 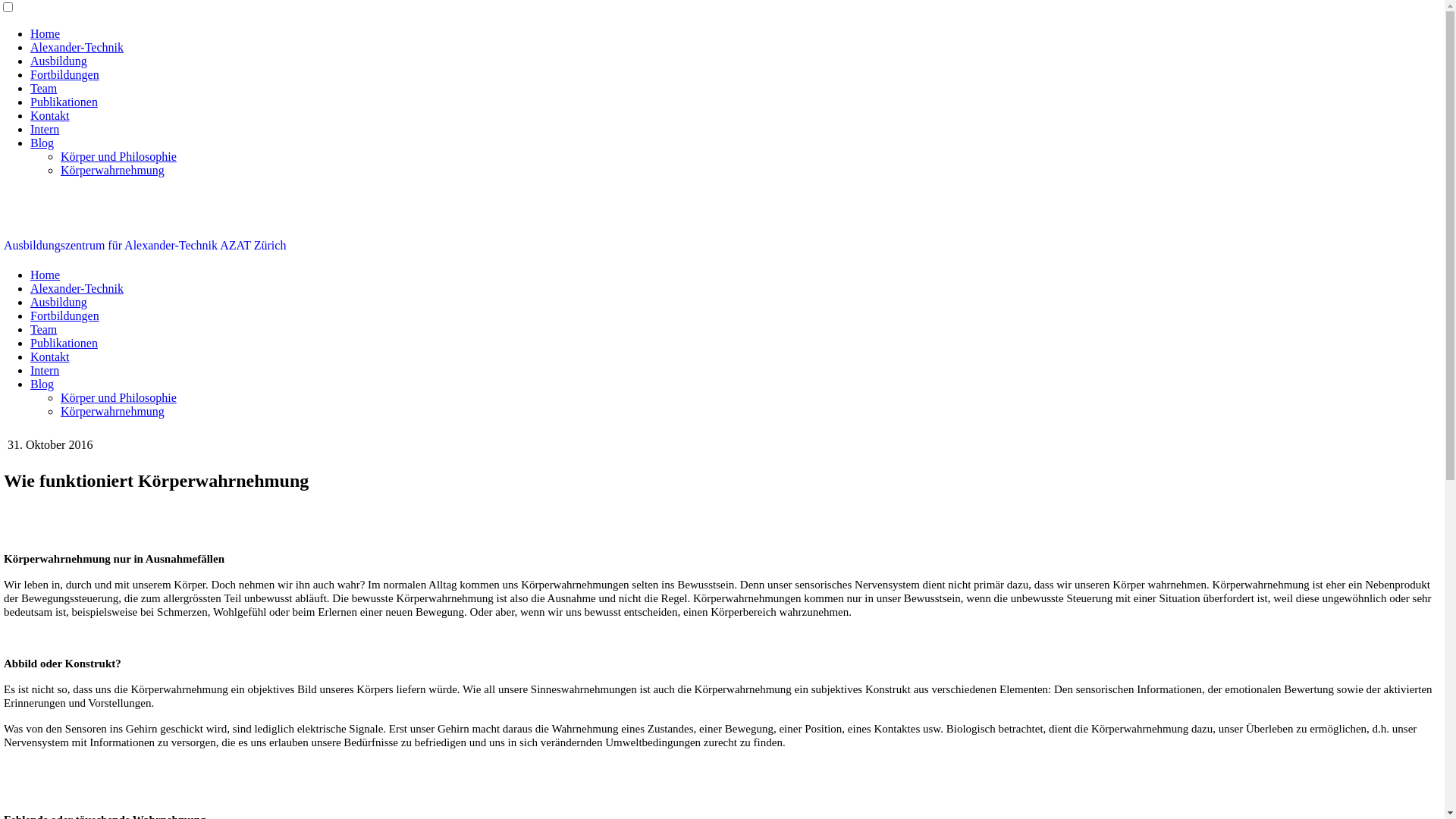 What do you see at coordinates (44, 128) in the screenshot?
I see `'Intern'` at bounding box center [44, 128].